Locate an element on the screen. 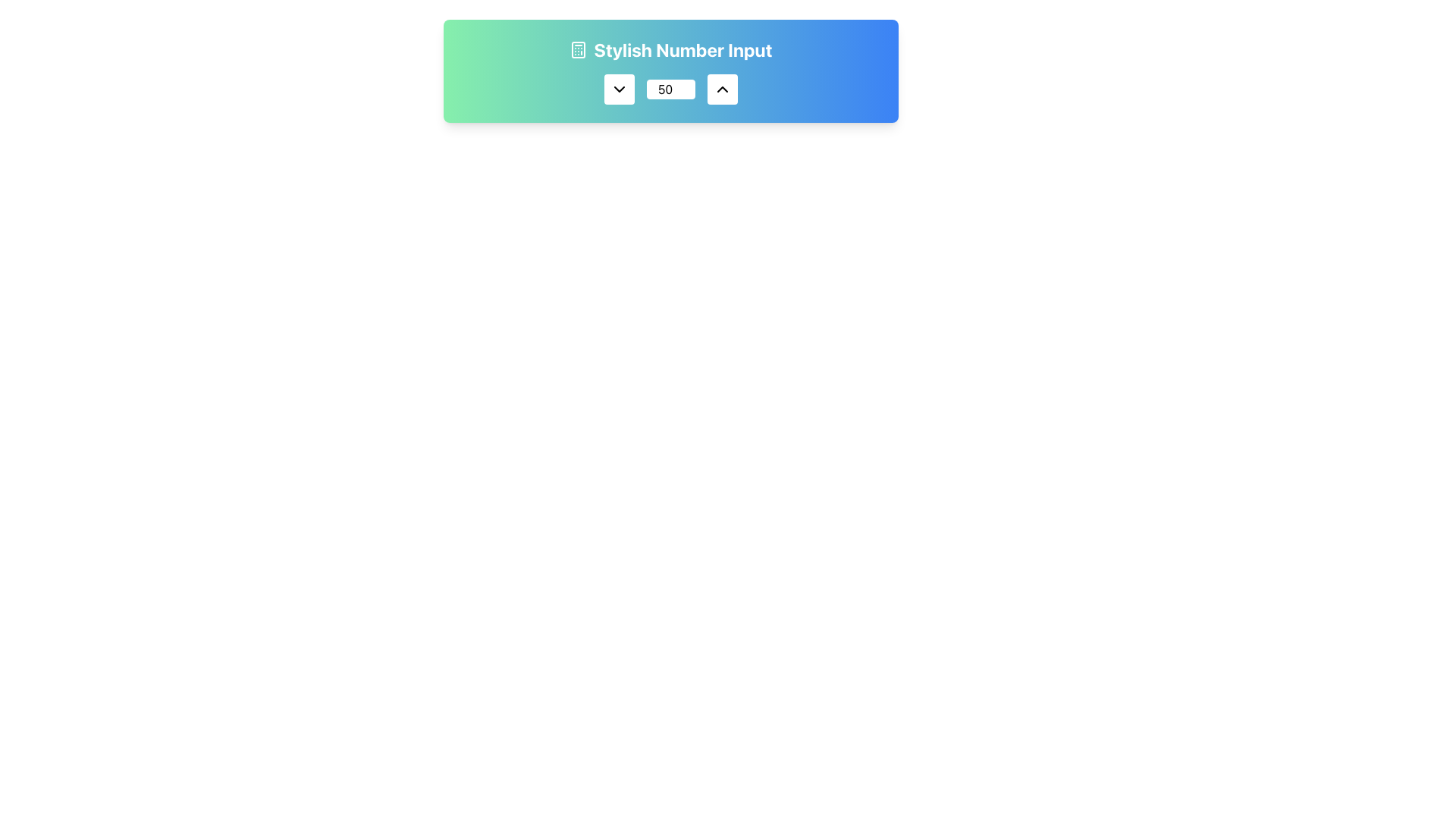  the rightmost square button with a white background and a black upward-pointing chevron icon is located at coordinates (722, 89).